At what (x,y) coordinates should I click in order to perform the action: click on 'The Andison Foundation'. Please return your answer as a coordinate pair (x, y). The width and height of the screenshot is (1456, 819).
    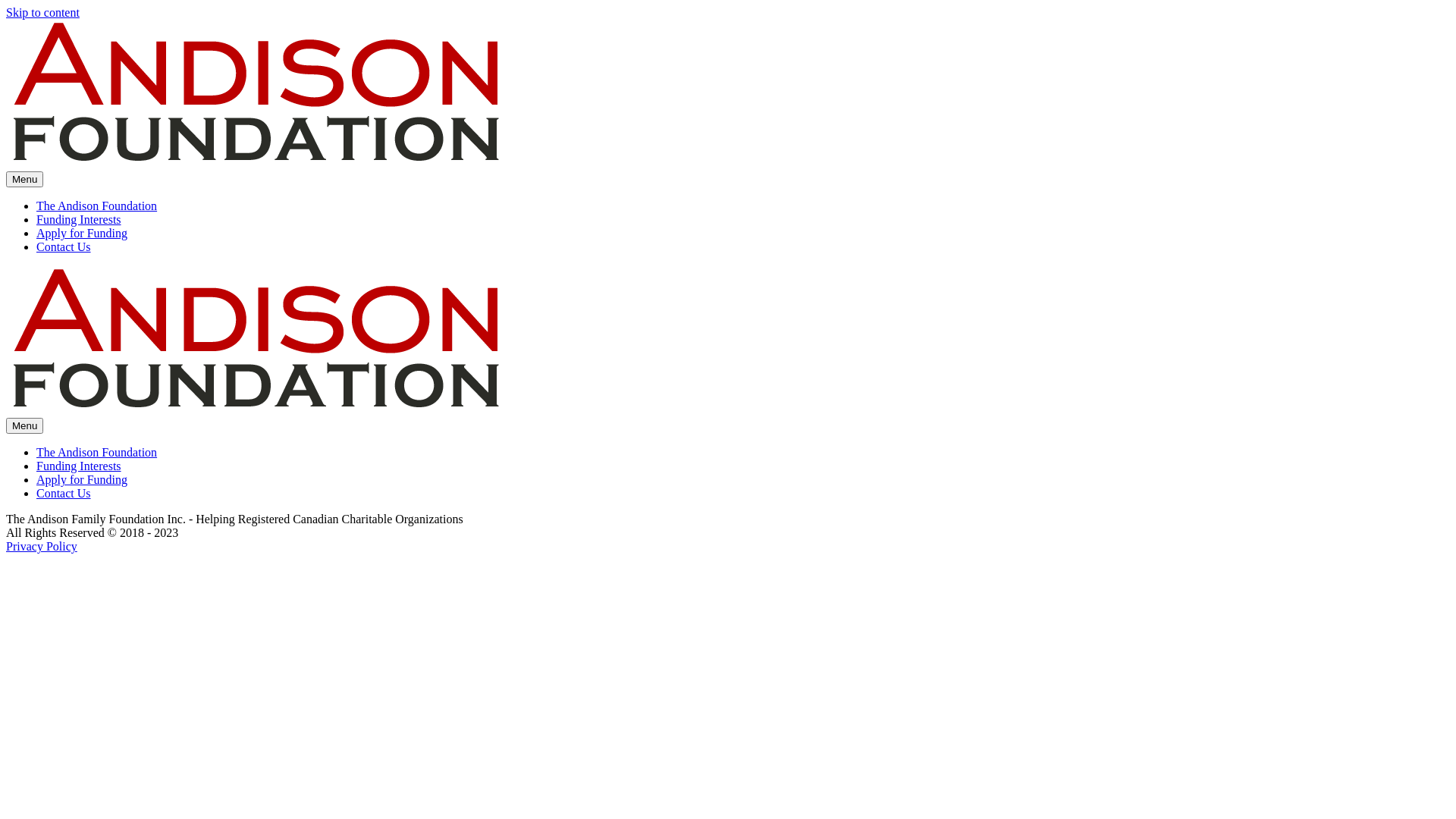
    Looking at the image, I should click on (96, 451).